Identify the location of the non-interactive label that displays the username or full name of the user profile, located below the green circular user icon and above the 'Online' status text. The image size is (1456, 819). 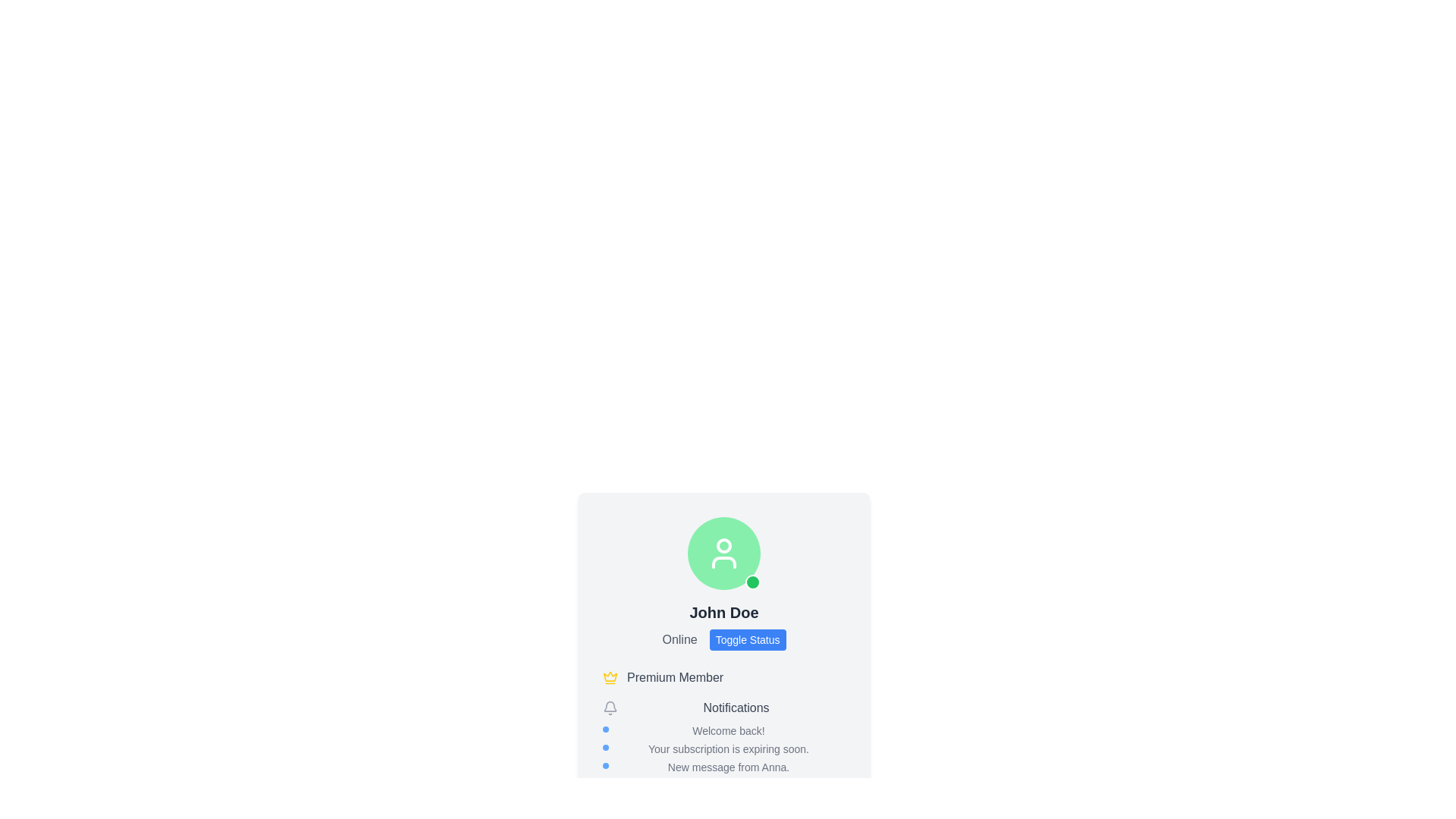
(723, 611).